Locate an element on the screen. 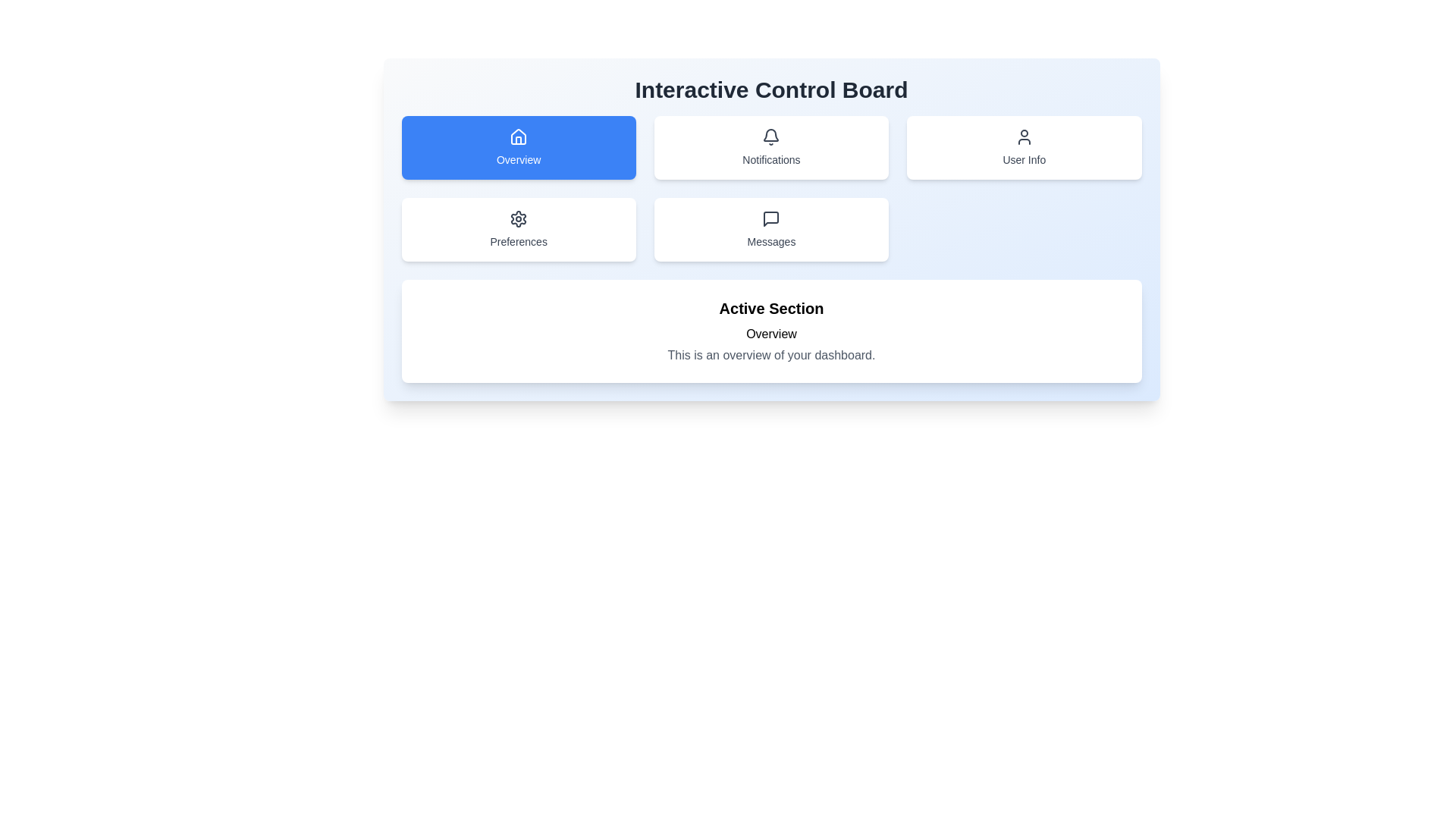  the header titled 'Interactive Control Board', which is styled with bold and large font, and centrally aligned at the top of the interface is located at coordinates (771, 90).